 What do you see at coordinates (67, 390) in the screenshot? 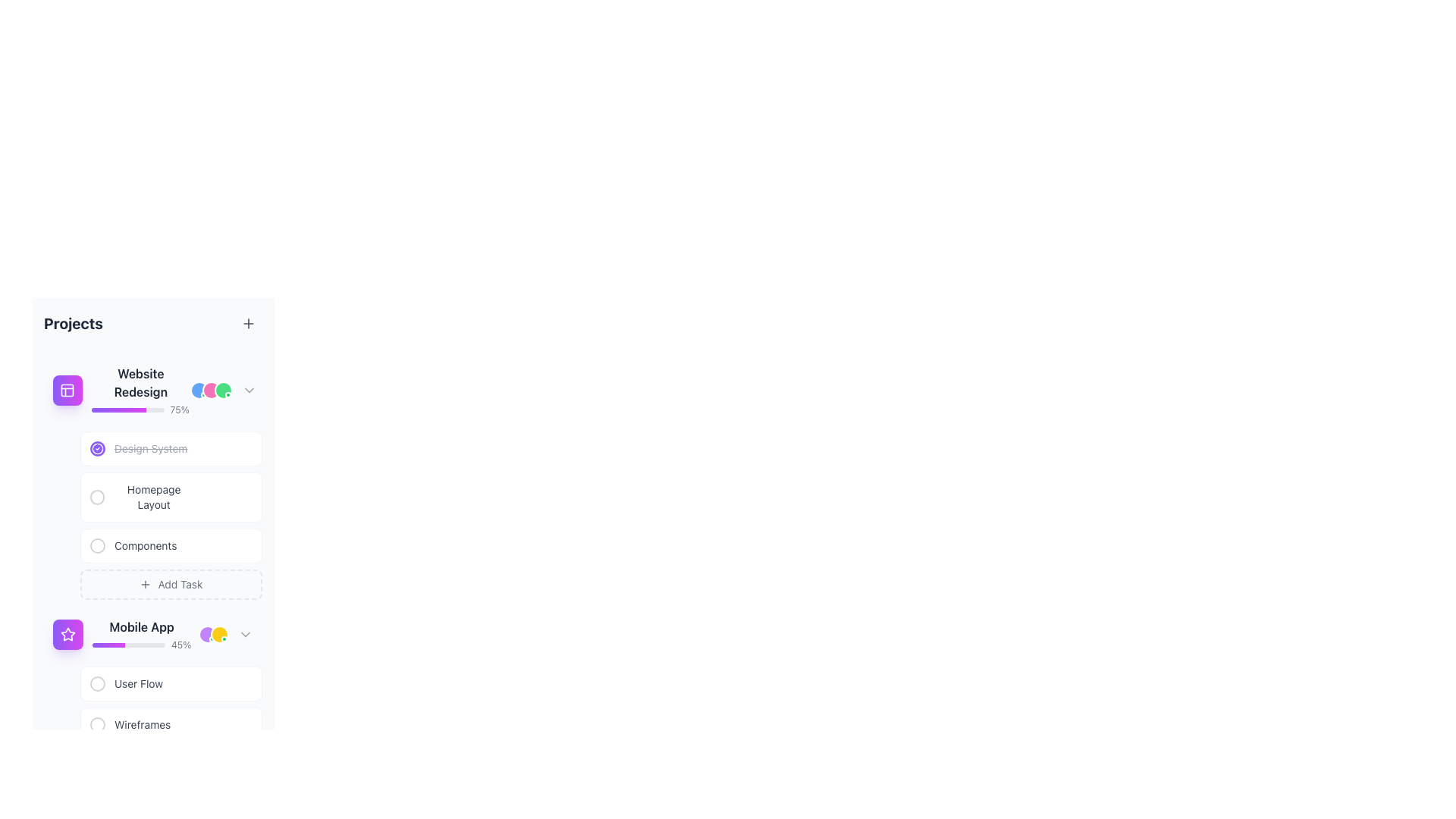
I see `the visual design of the decorative SVG graphic icon resembling overlapping rectangular panels, which is located in the upper-left section of the 'Website Redesign' card` at bounding box center [67, 390].